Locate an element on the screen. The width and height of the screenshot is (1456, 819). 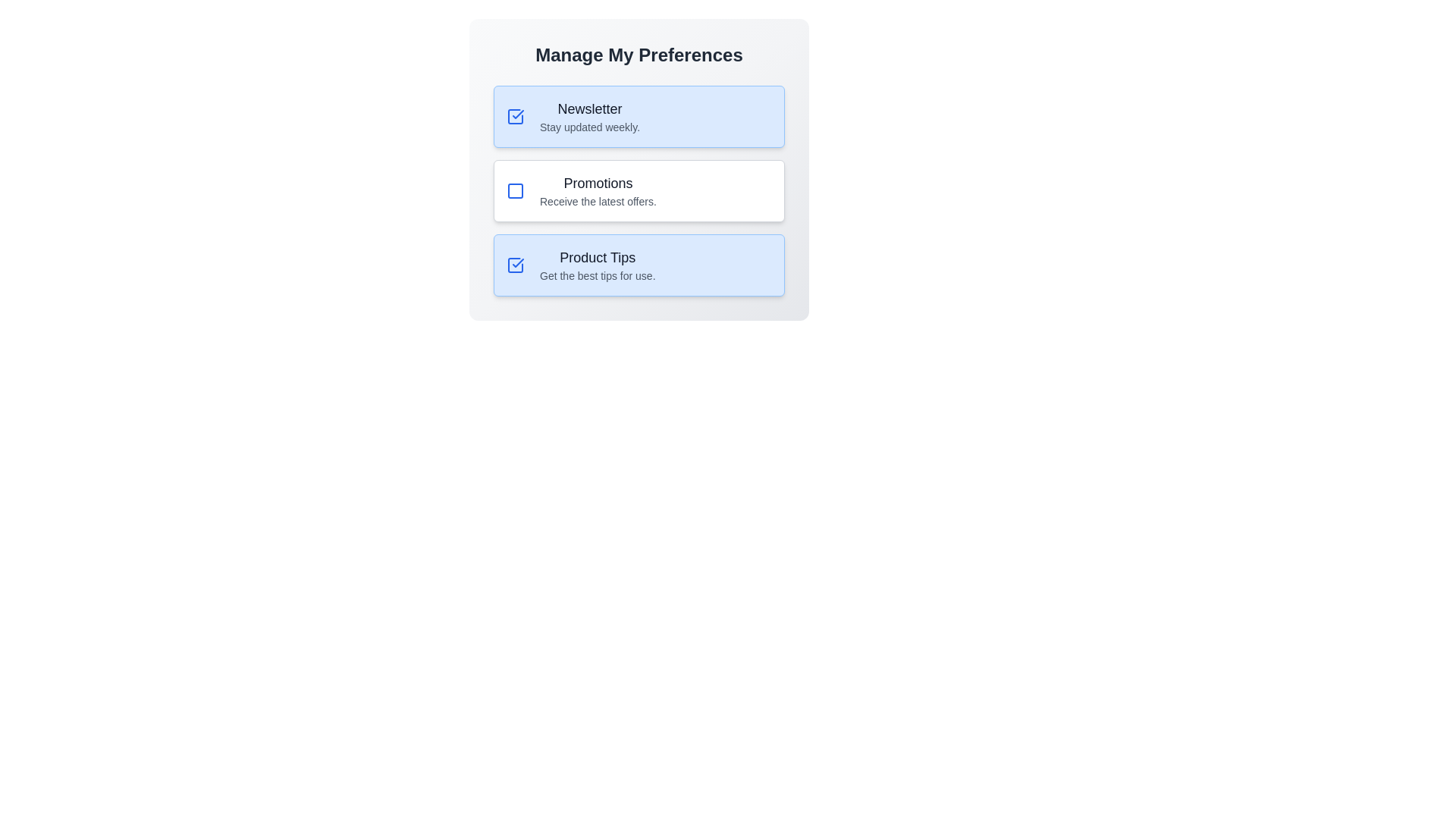
the checkmark symbol of the SVG-based checkbox for the 'Product Tips' option, located at the bottom section of the list is located at coordinates (518, 262).